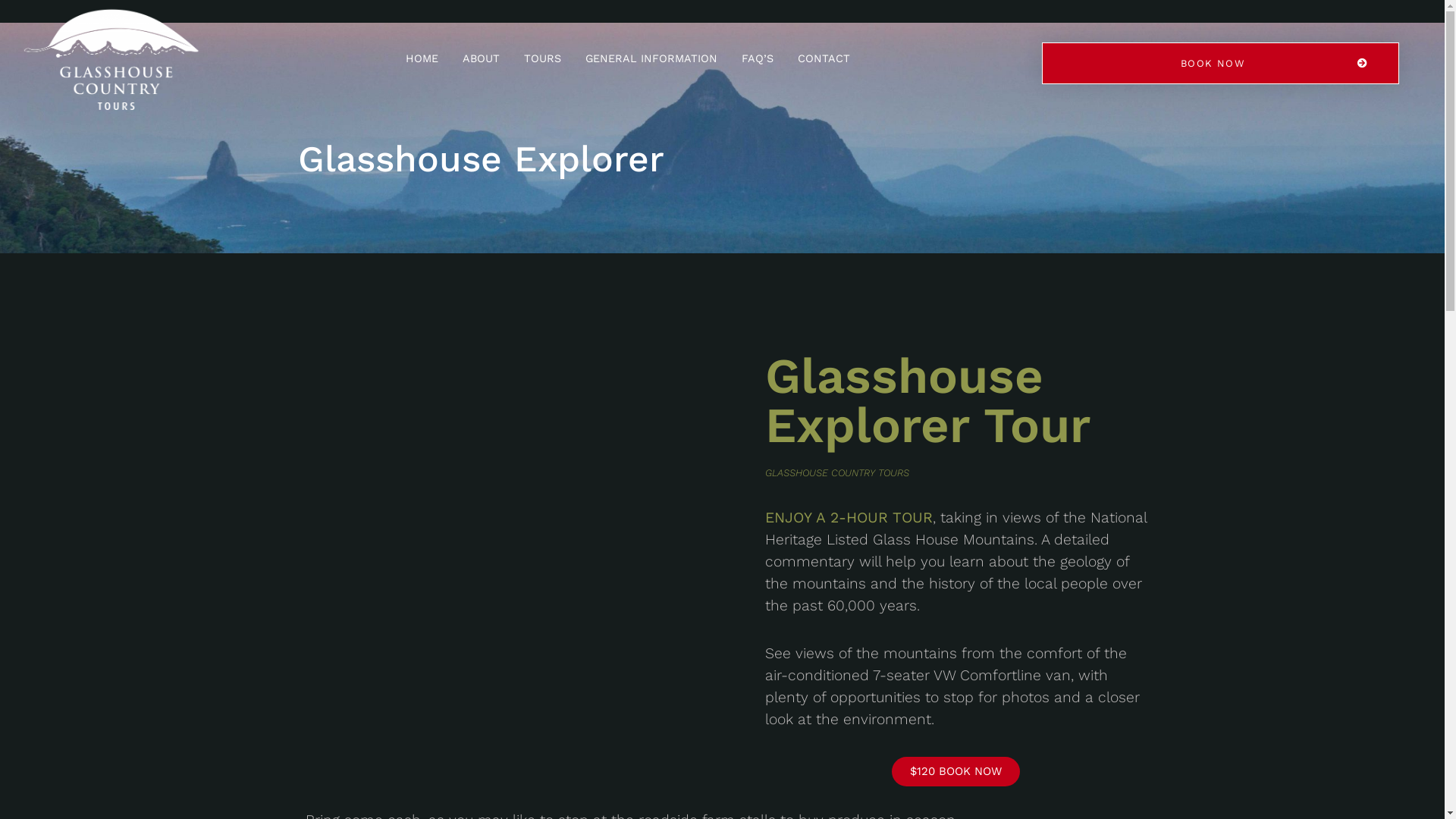  What do you see at coordinates (1220, 62) in the screenshot?
I see `'BOOK NOW'` at bounding box center [1220, 62].